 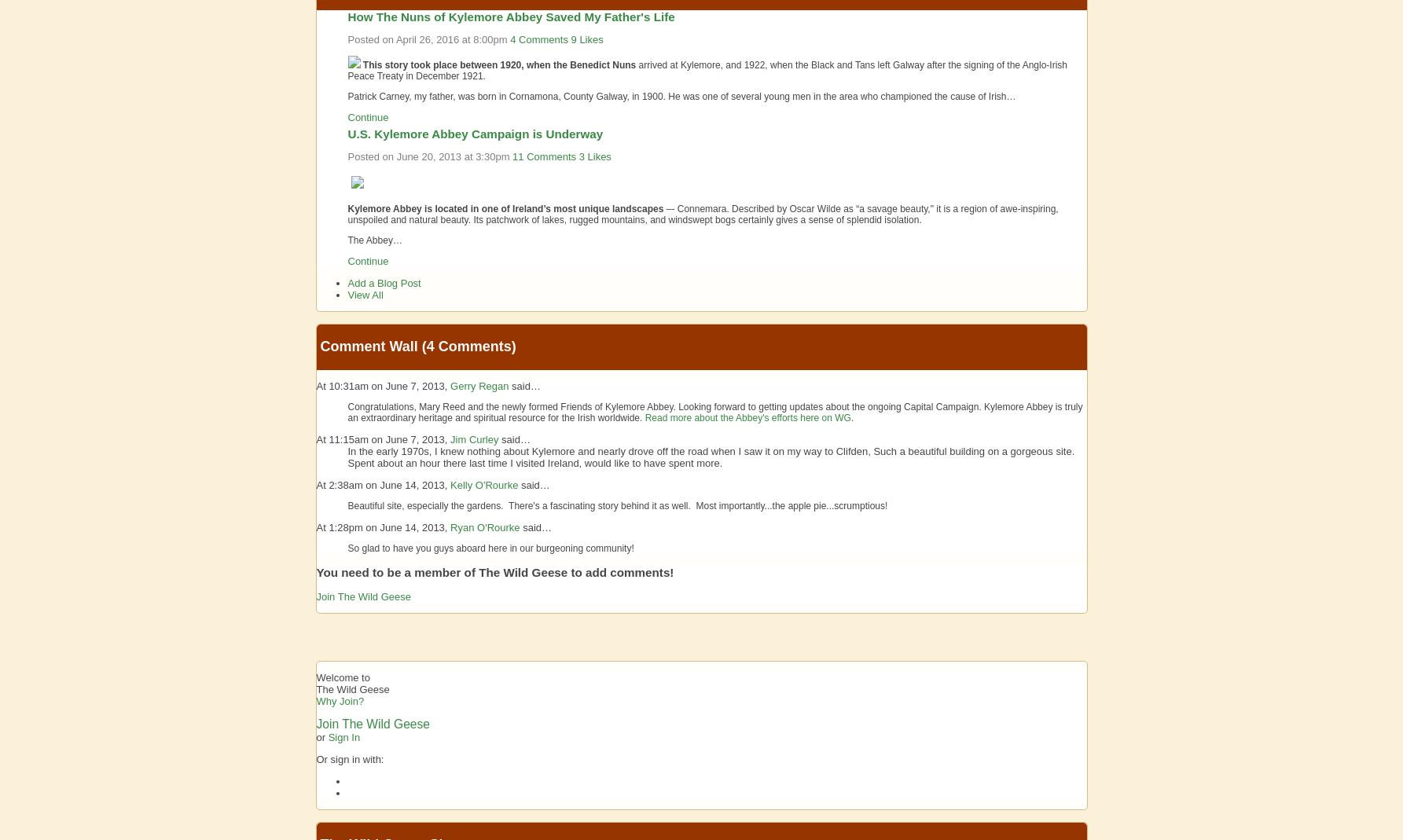 What do you see at coordinates (710, 457) in the screenshot?
I see `'In the early 1970s, I knew nothing about Kylemore and nearly drove off the road when I saw it on my way to Clifden, Such a beautiful building on a gorgeous site. Spent about an hour there last time I visited Ireland, would like to have spent more.'` at bounding box center [710, 457].